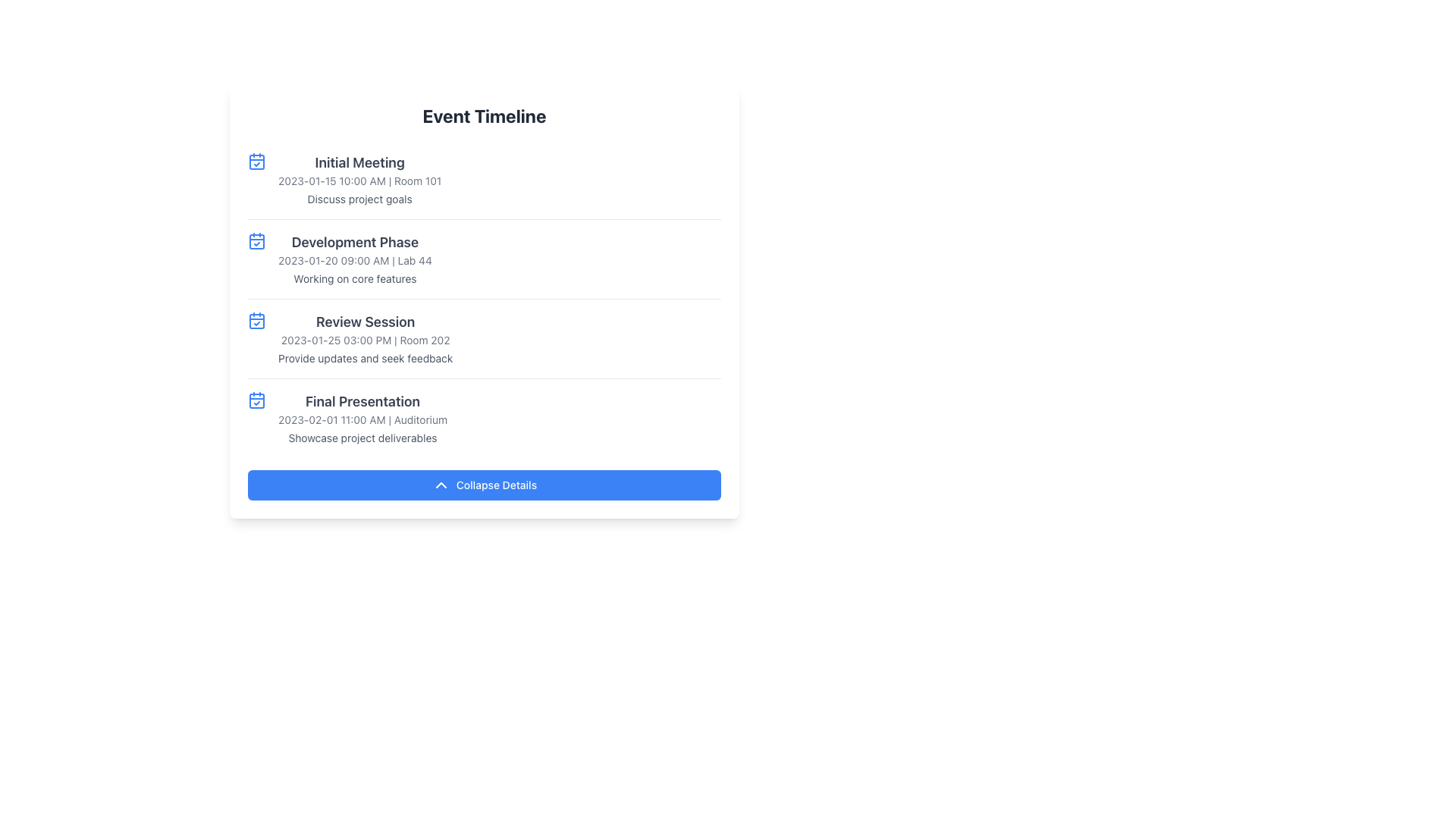 This screenshot has height=819, width=1456. Describe the element at coordinates (257, 240) in the screenshot. I see `the calendar event icon located on the leftmost part of the 'Development Phase' section in the 'Event Timeline' list` at that location.